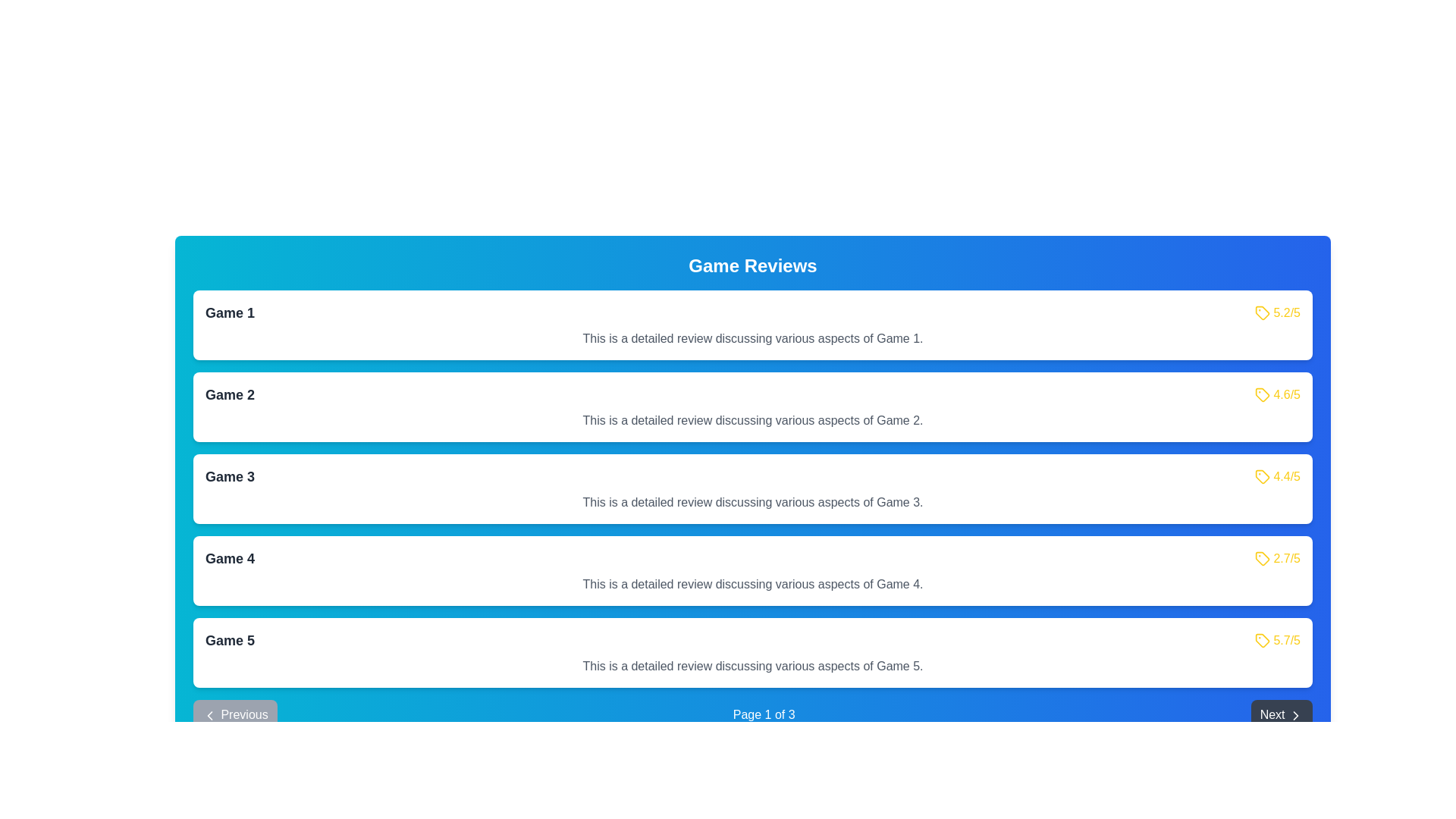 The height and width of the screenshot is (819, 1456). I want to click on the yellow tag icon located near the '5.7/5' text on the right side of the fifth review item in the vertical list of reviews, so click(1263, 640).